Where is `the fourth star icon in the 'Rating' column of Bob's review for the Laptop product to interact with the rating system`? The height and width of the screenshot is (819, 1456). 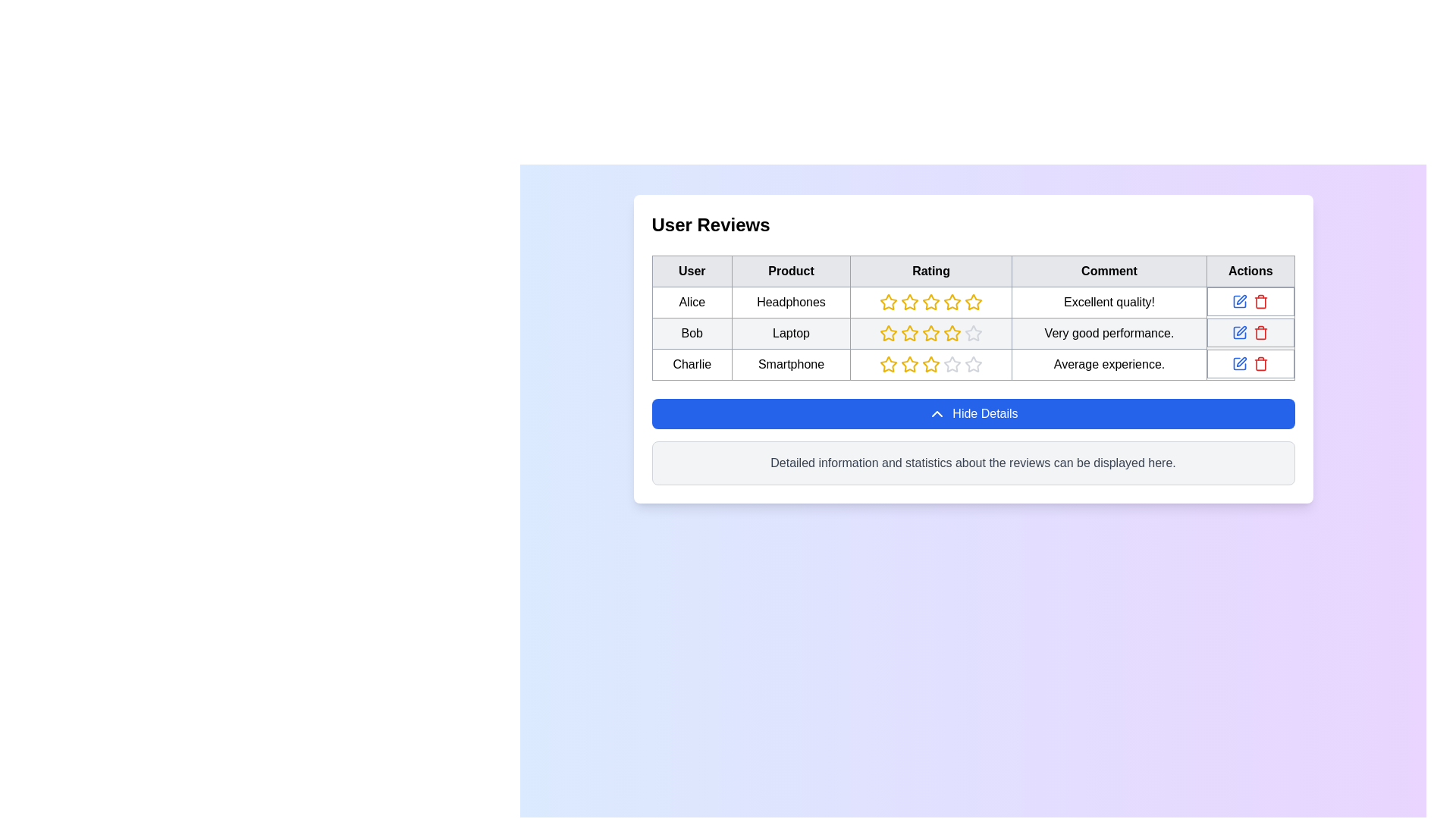
the fourth star icon in the 'Rating' column of Bob's review for the Laptop product to interact with the rating system is located at coordinates (910, 332).